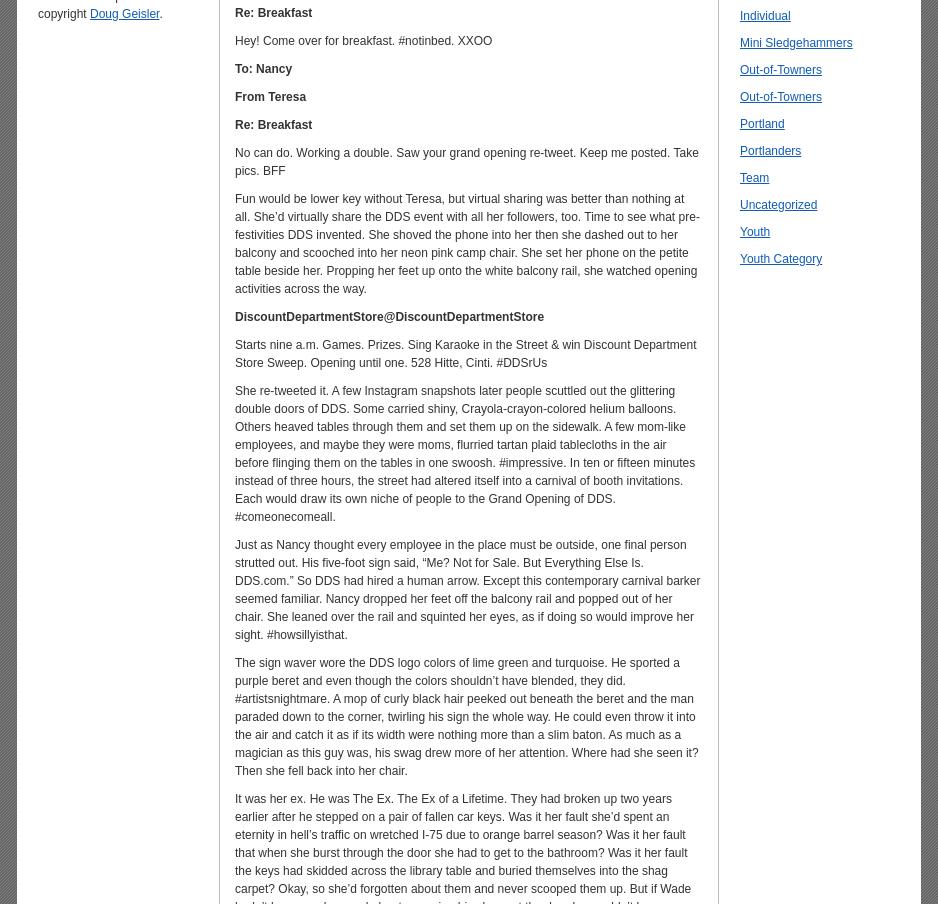 This screenshot has width=938, height=904. I want to click on 'Youth Category', so click(779, 257).